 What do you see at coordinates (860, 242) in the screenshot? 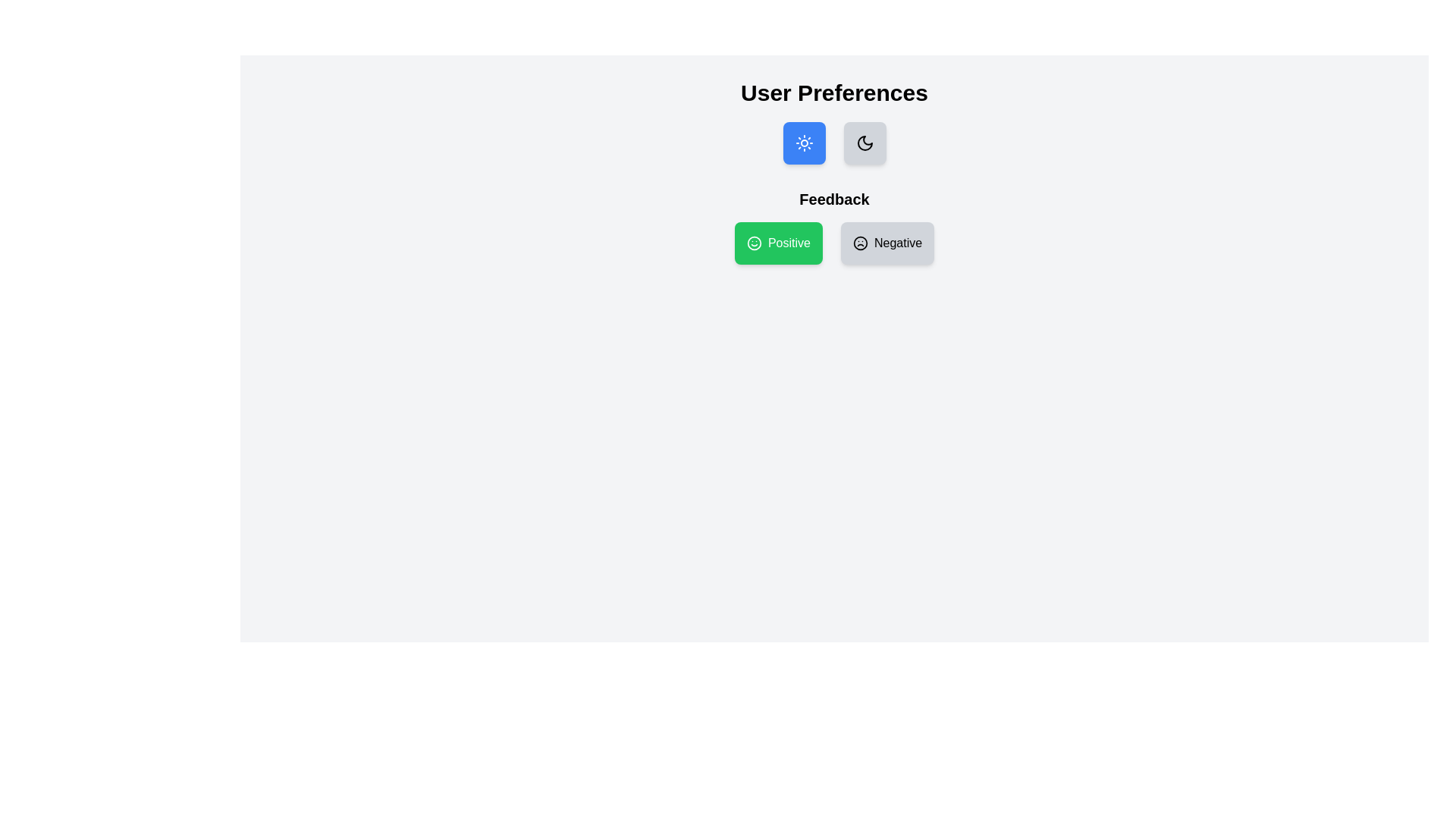
I see `the negative feedback icon, which is located within the Negative feedback button and is visually styled as a rounded rectangle, positioned to the right of the Positive button` at bounding box center [860, 242].